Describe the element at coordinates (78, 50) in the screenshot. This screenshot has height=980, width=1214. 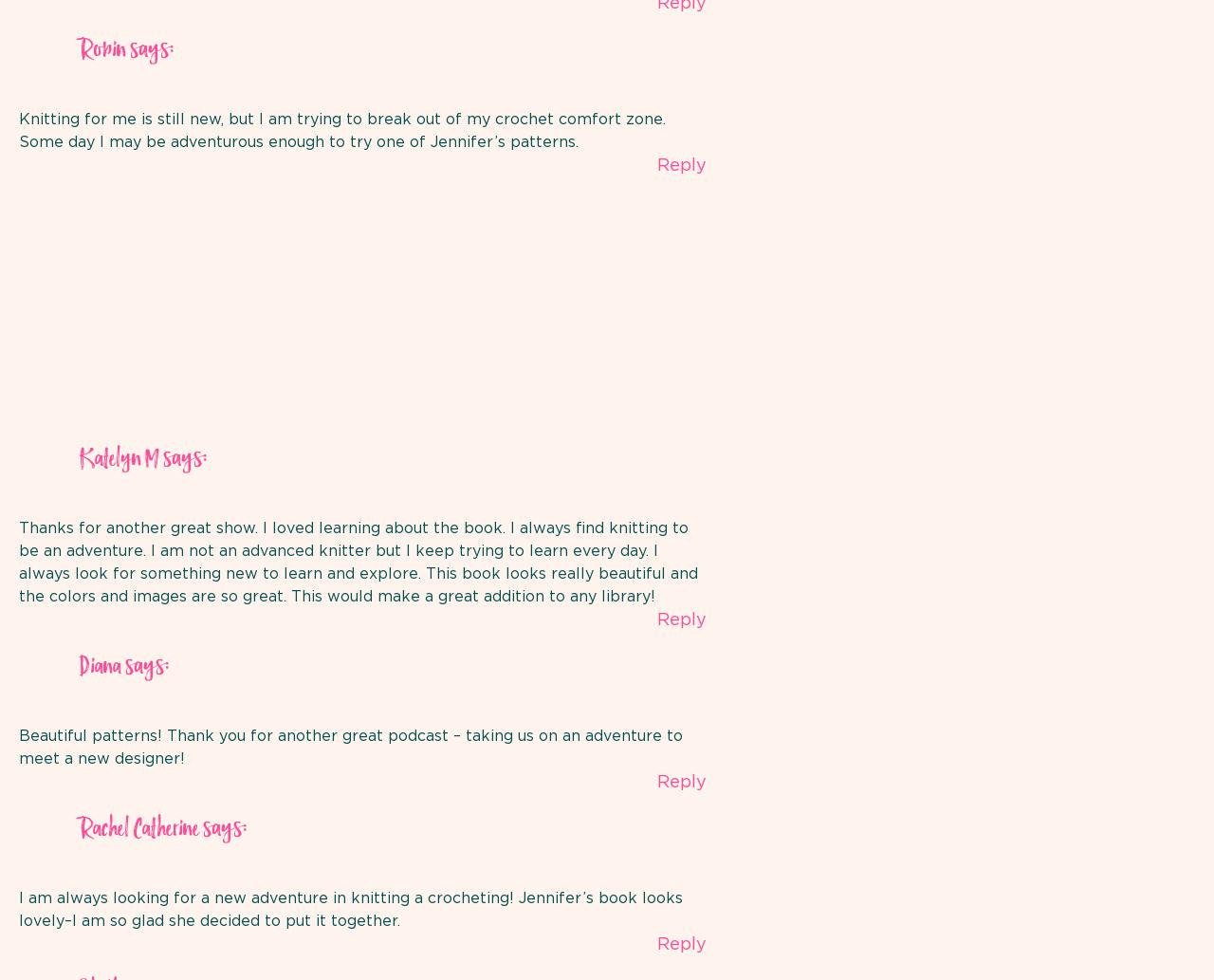
I see `'Robin'` at that location.